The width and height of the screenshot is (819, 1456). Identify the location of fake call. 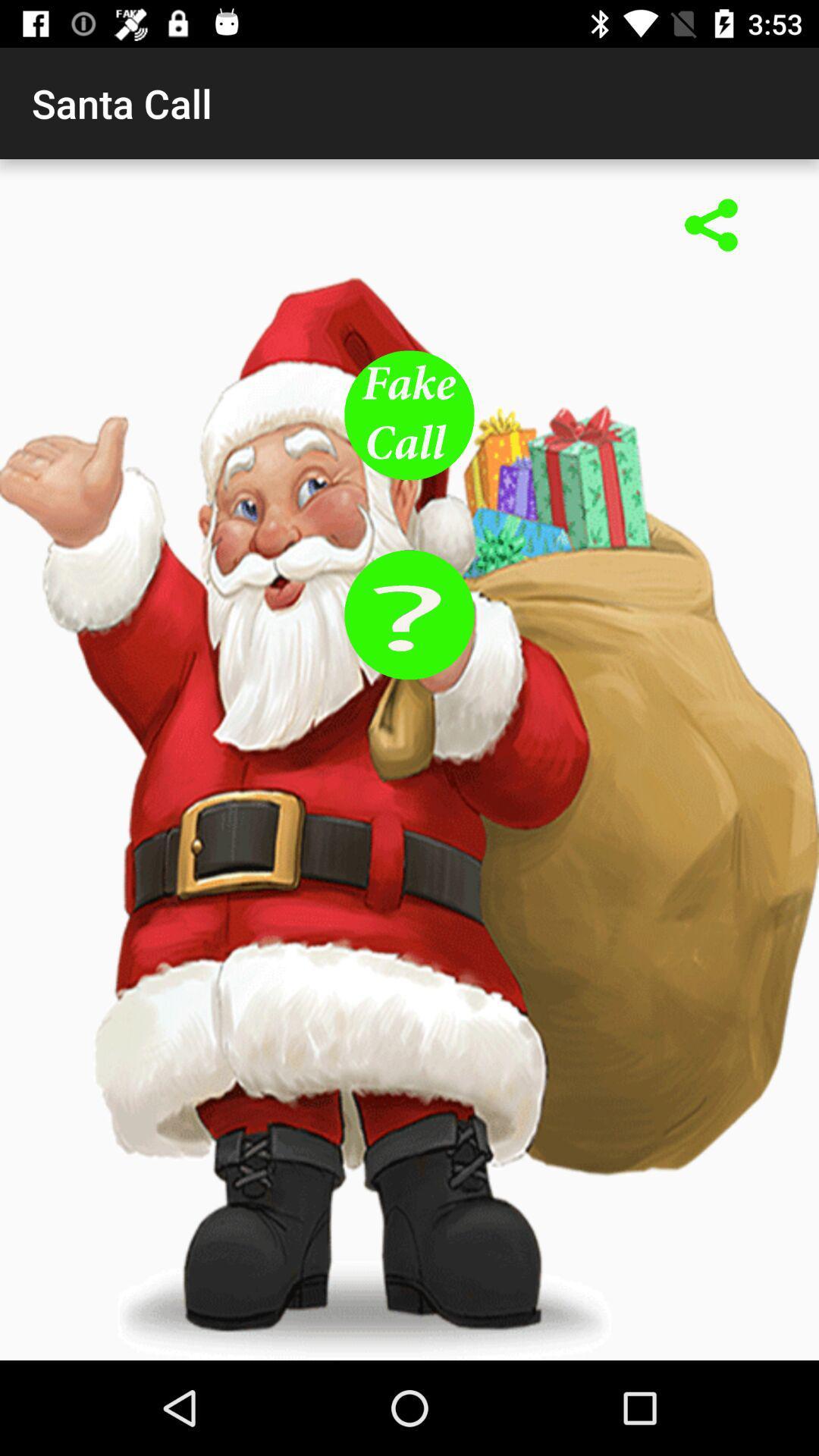
(409, 415).